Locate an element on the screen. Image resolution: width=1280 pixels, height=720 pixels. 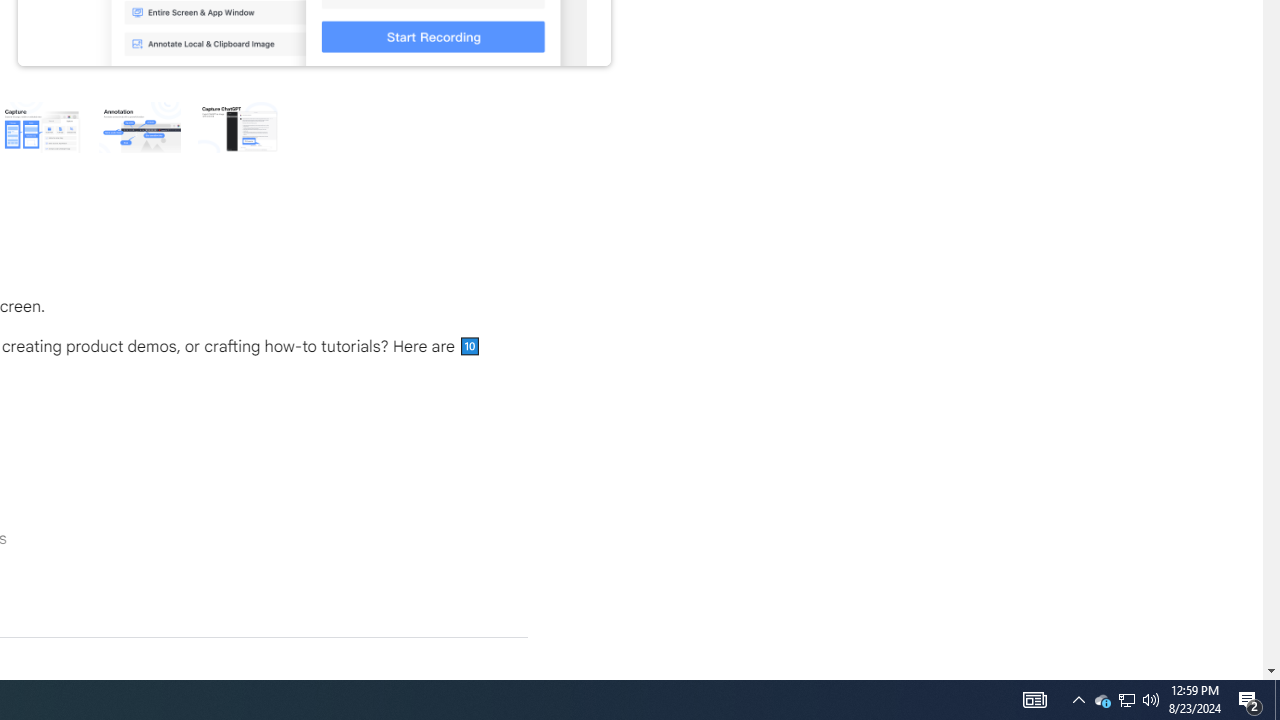
'Show desktop' is located at coordinates (1250, 698).